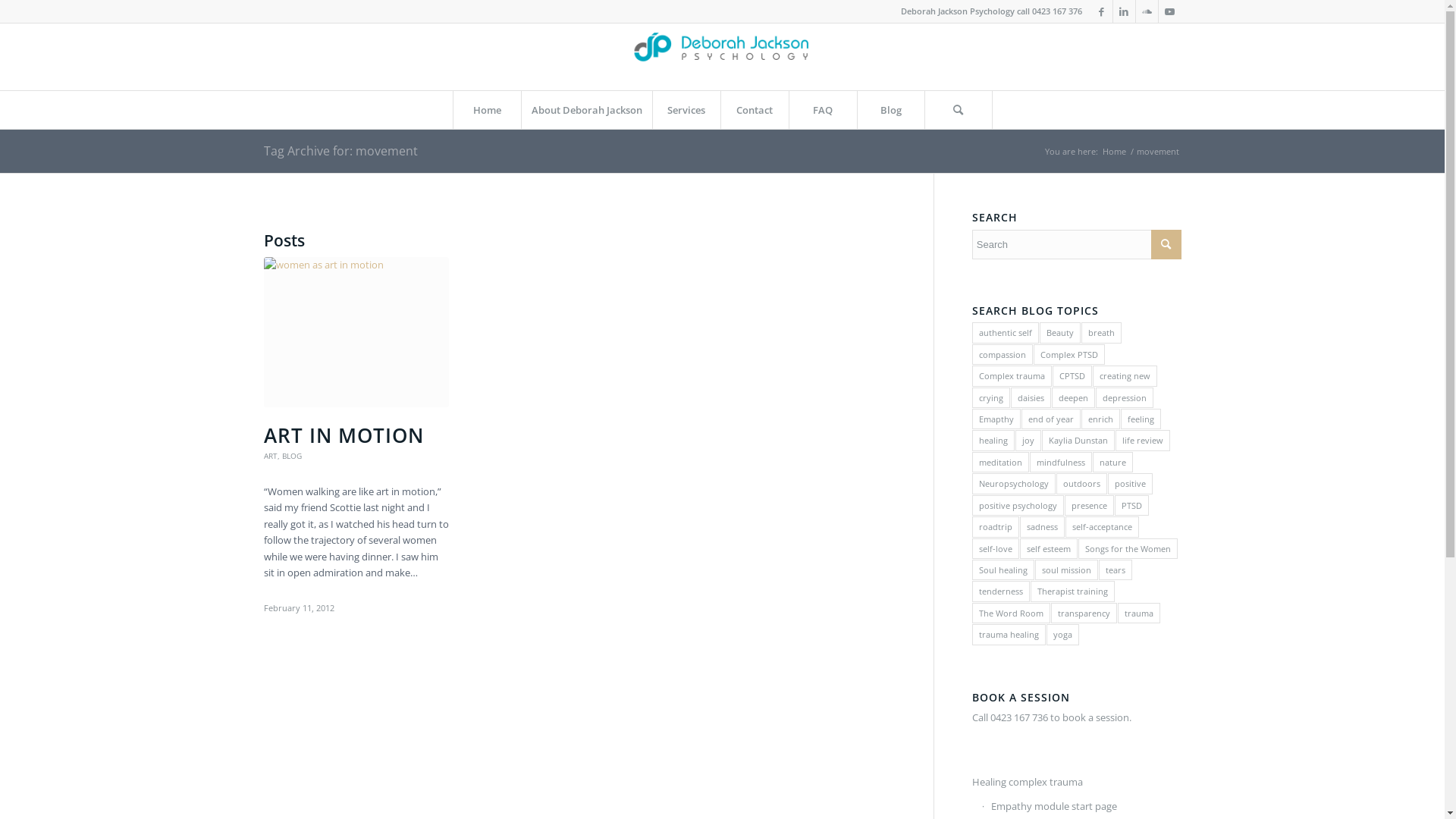 Image resolution: width=1456 pixels, height=819 pixels. Describe the element at coordinates (1076, 783) in the screenshot. I see `'Healing complex trauma'` at that location.